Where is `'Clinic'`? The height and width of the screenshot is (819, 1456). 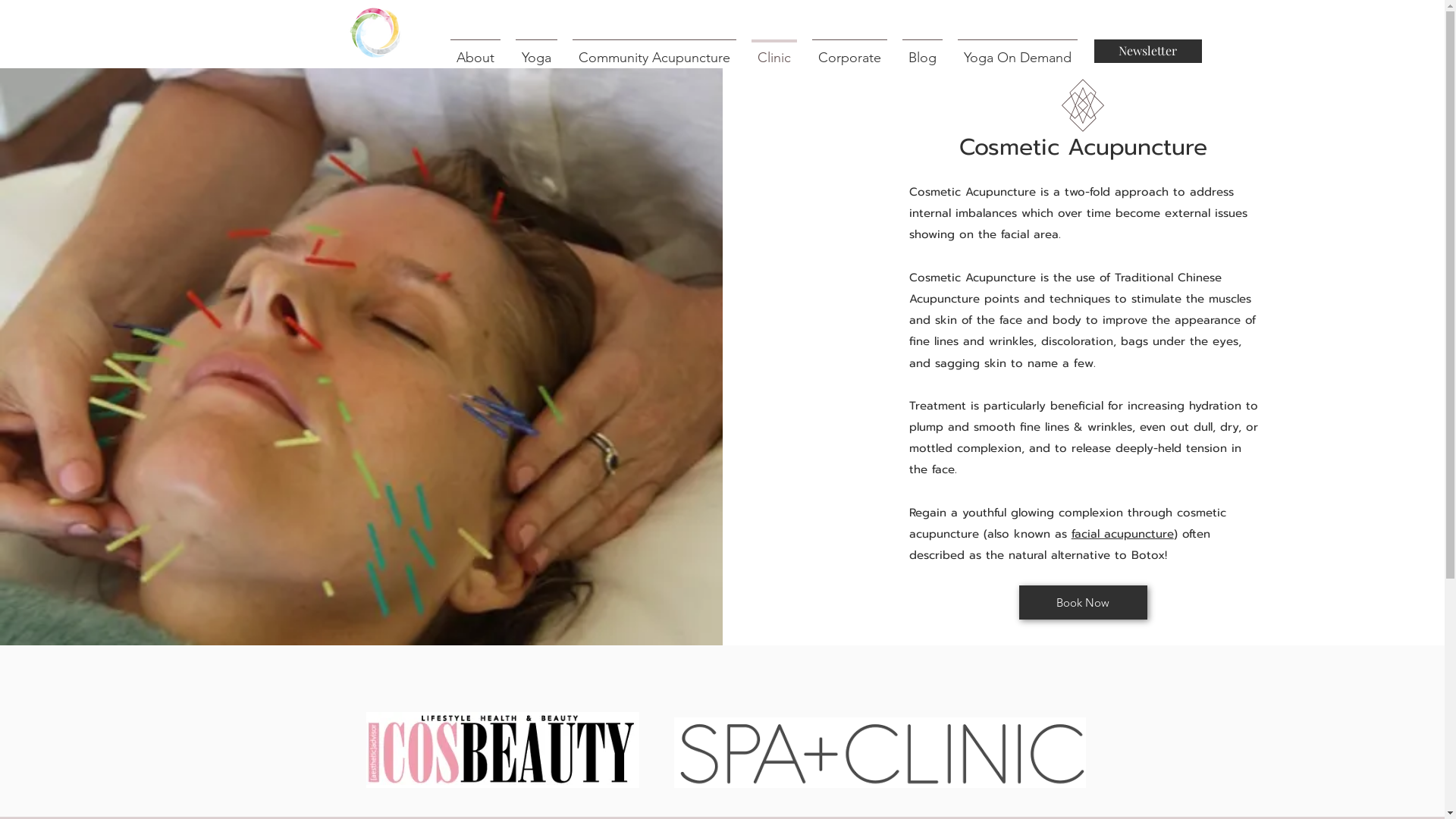 'Clinic' is located at coordinates (773, 50).